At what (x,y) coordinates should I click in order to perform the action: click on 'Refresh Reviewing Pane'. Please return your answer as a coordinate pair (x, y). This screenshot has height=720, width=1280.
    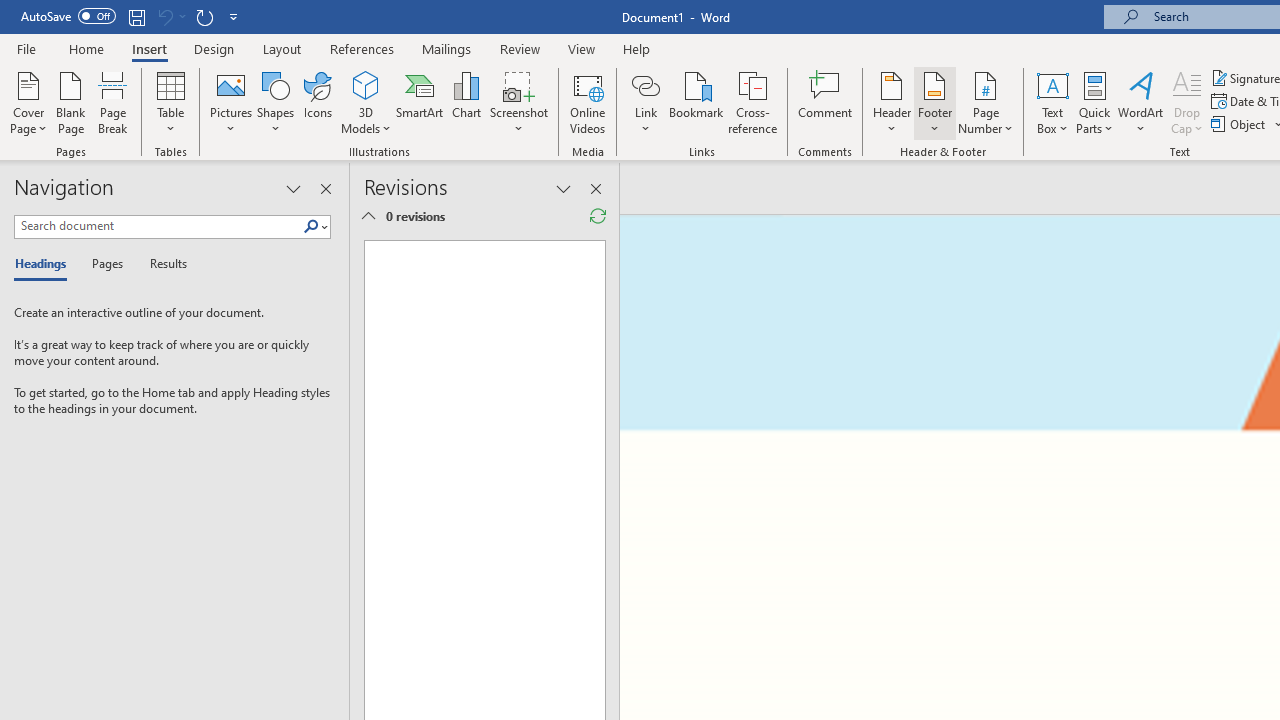
    Looking at the image, I should click on (596, 216).